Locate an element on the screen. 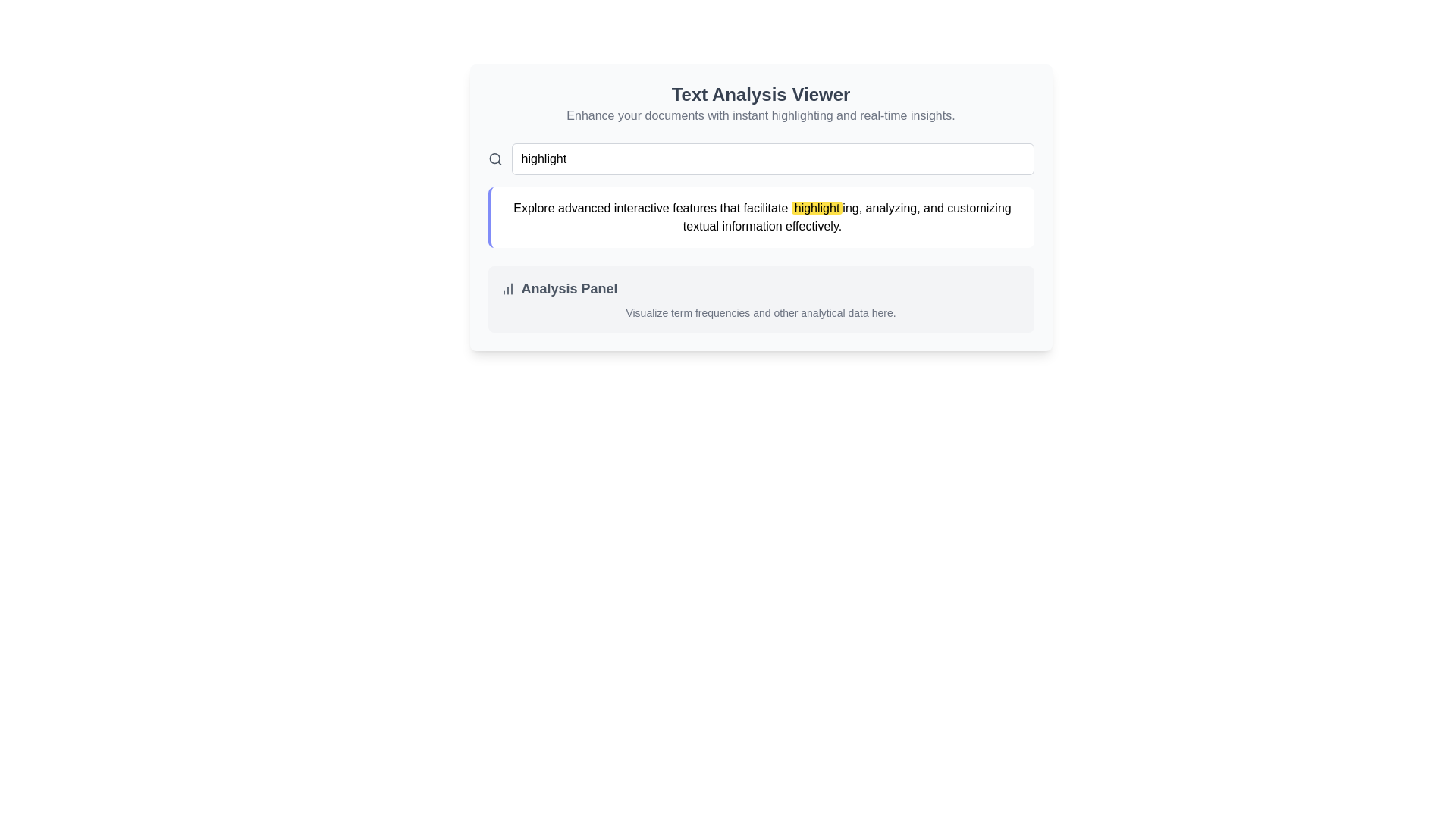 The width and height of the screenshot is (1456, 819). the Search icon located to the left of the text input field is located at coordinates (494, 158).